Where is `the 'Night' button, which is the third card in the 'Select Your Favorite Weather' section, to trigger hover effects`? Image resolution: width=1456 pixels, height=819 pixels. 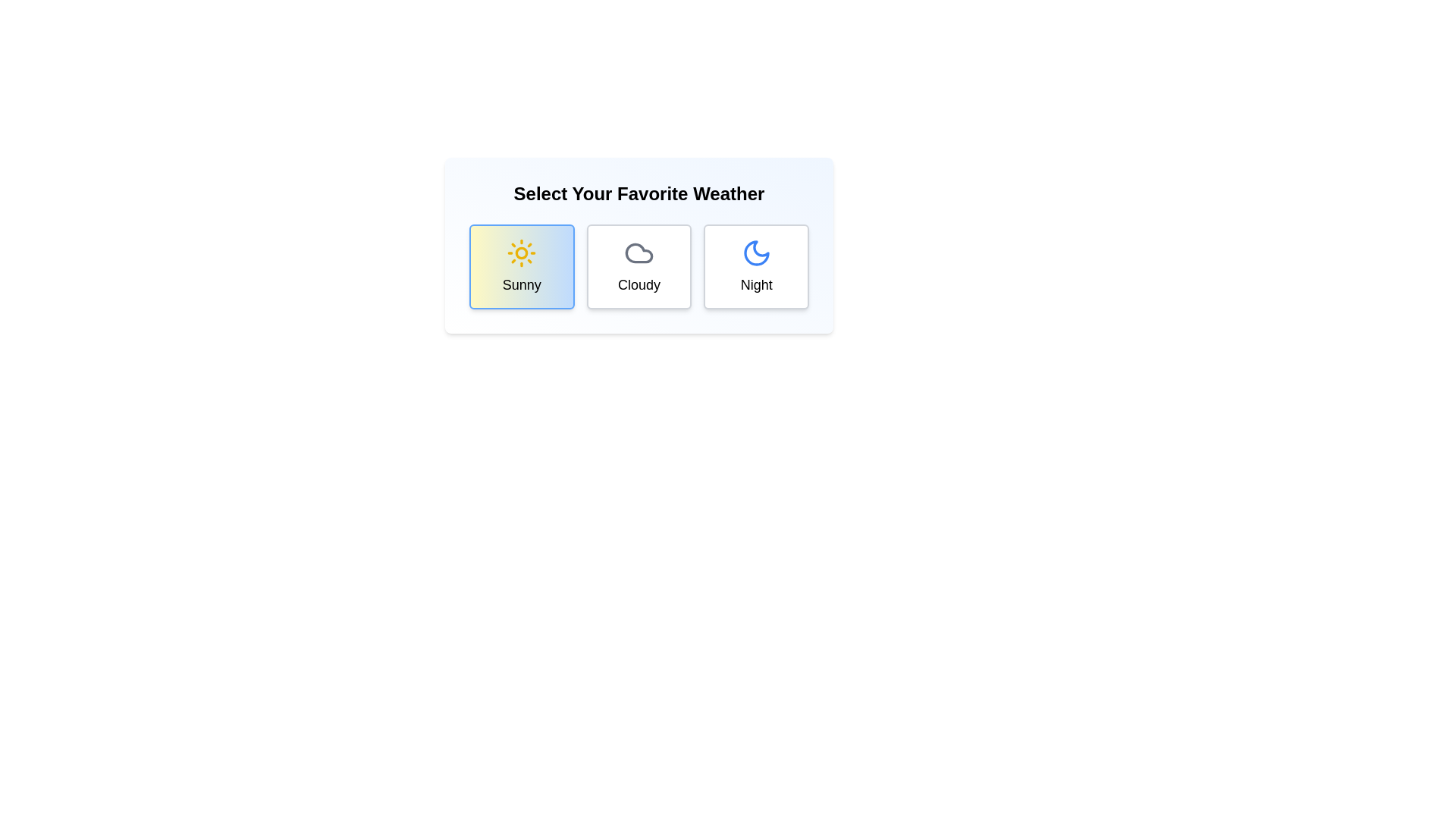
the 'Night' button, which is the third card in the 'Select Your Favorite Weather' section, to trigger hover effects is located at coordinates (756, 265).